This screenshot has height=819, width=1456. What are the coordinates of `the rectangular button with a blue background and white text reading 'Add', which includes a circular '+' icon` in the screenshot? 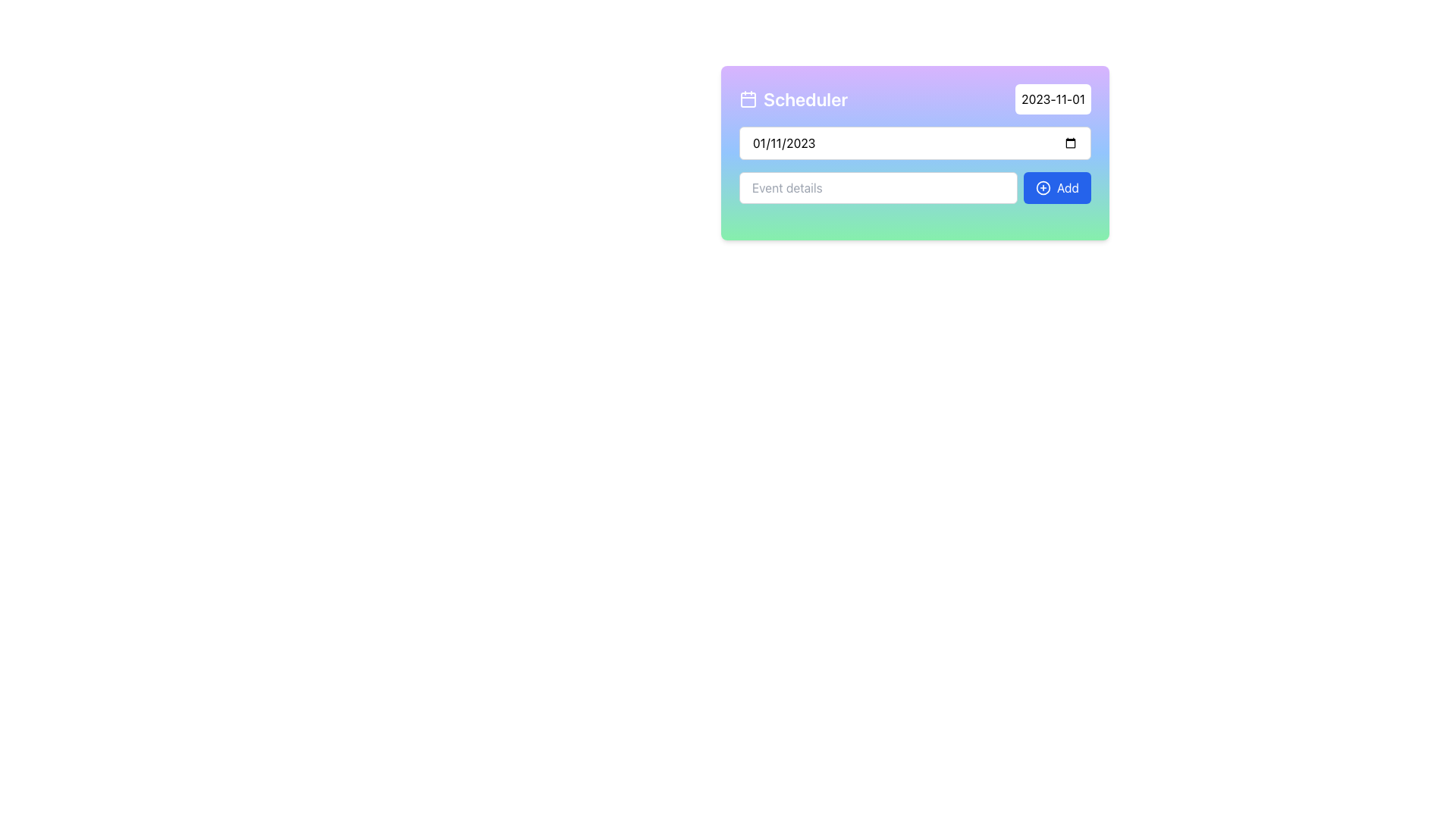 It's located at (1056, 187).